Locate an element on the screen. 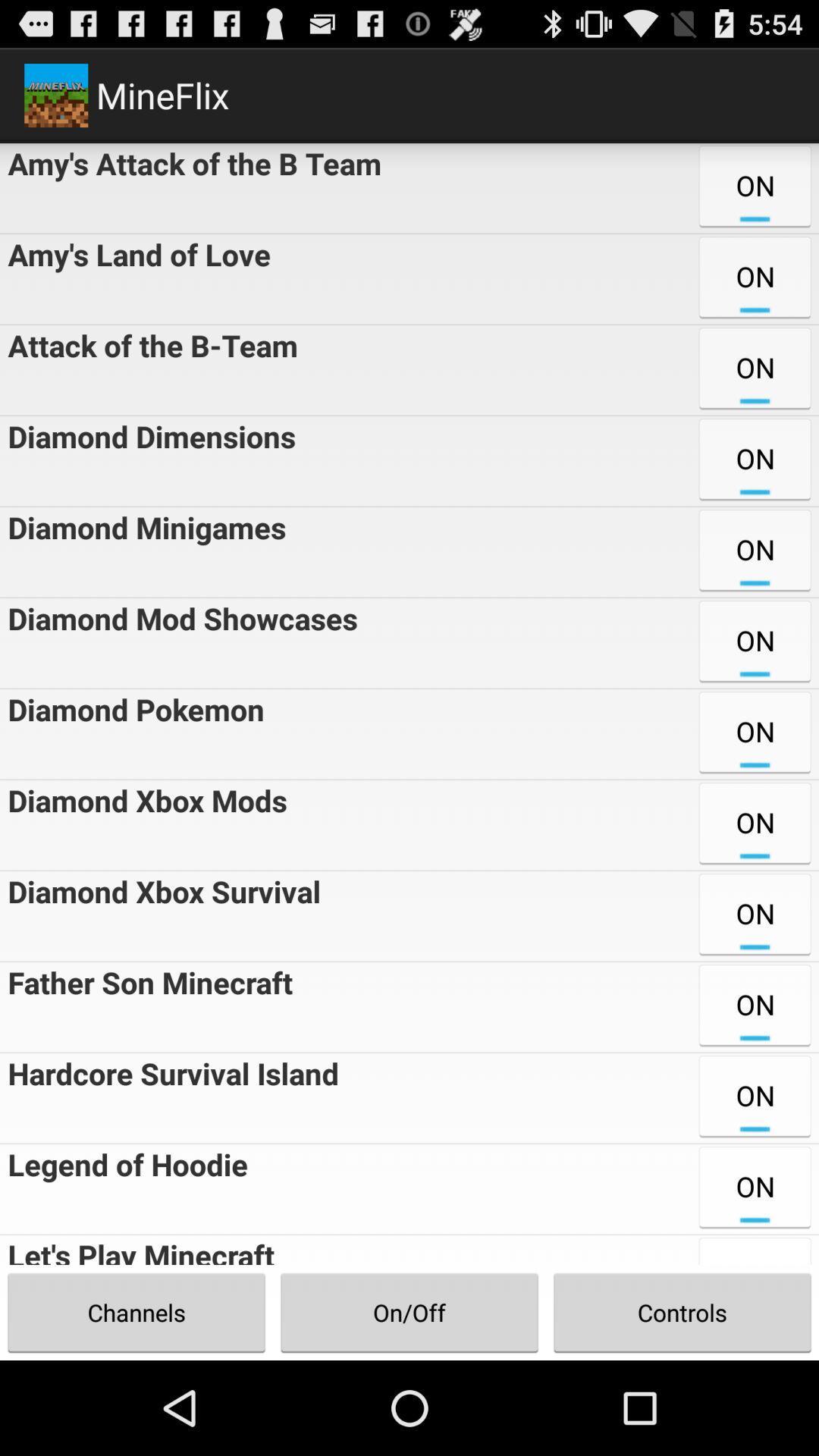 This screenshot has width=819, height=1456. the app above diamond minigames is located at coordinates (148, 460).